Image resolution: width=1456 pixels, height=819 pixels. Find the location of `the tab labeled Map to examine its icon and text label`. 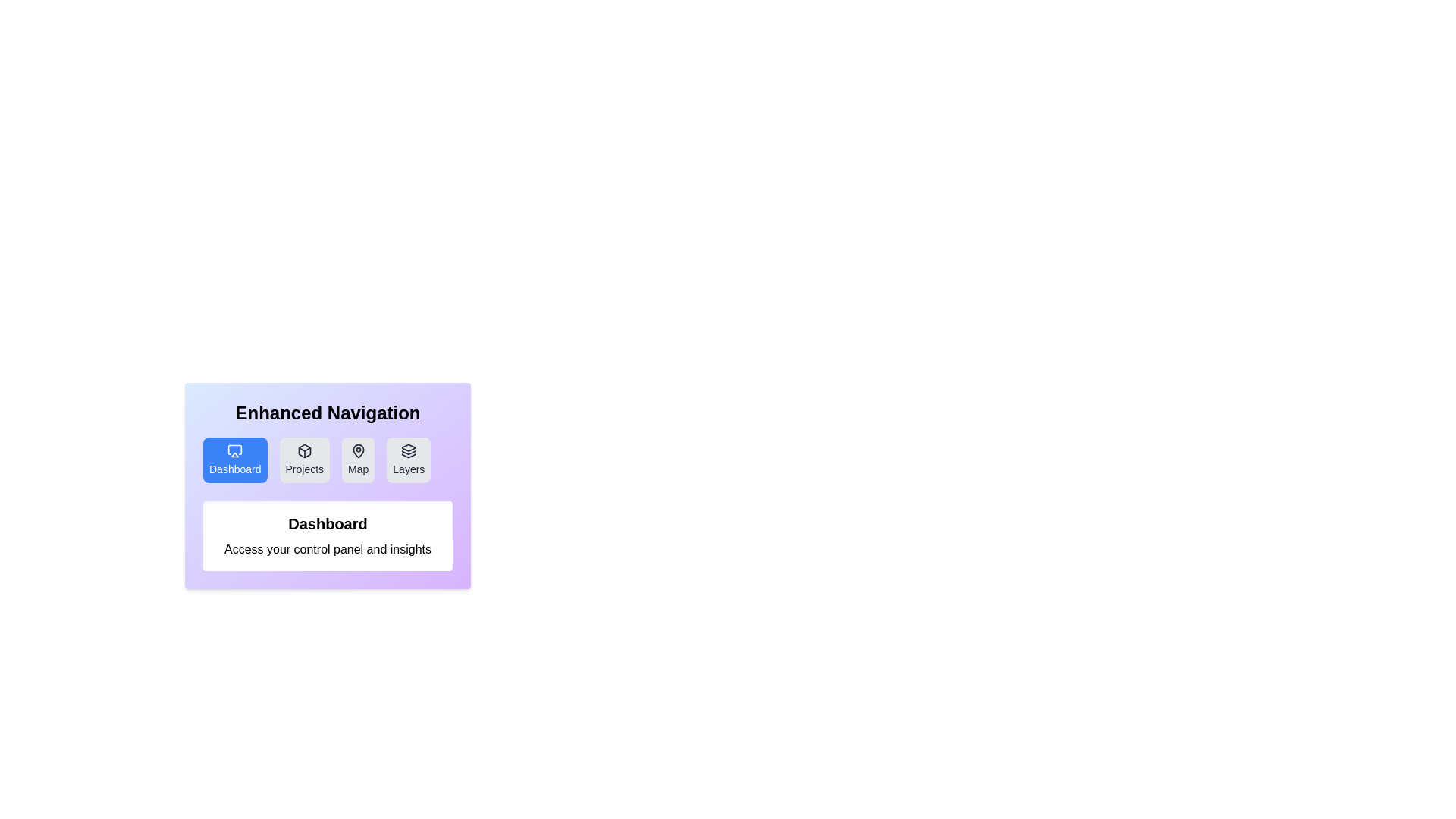

the tab labeled Map to examine its icon and text label is located at coordinates (357, 459).